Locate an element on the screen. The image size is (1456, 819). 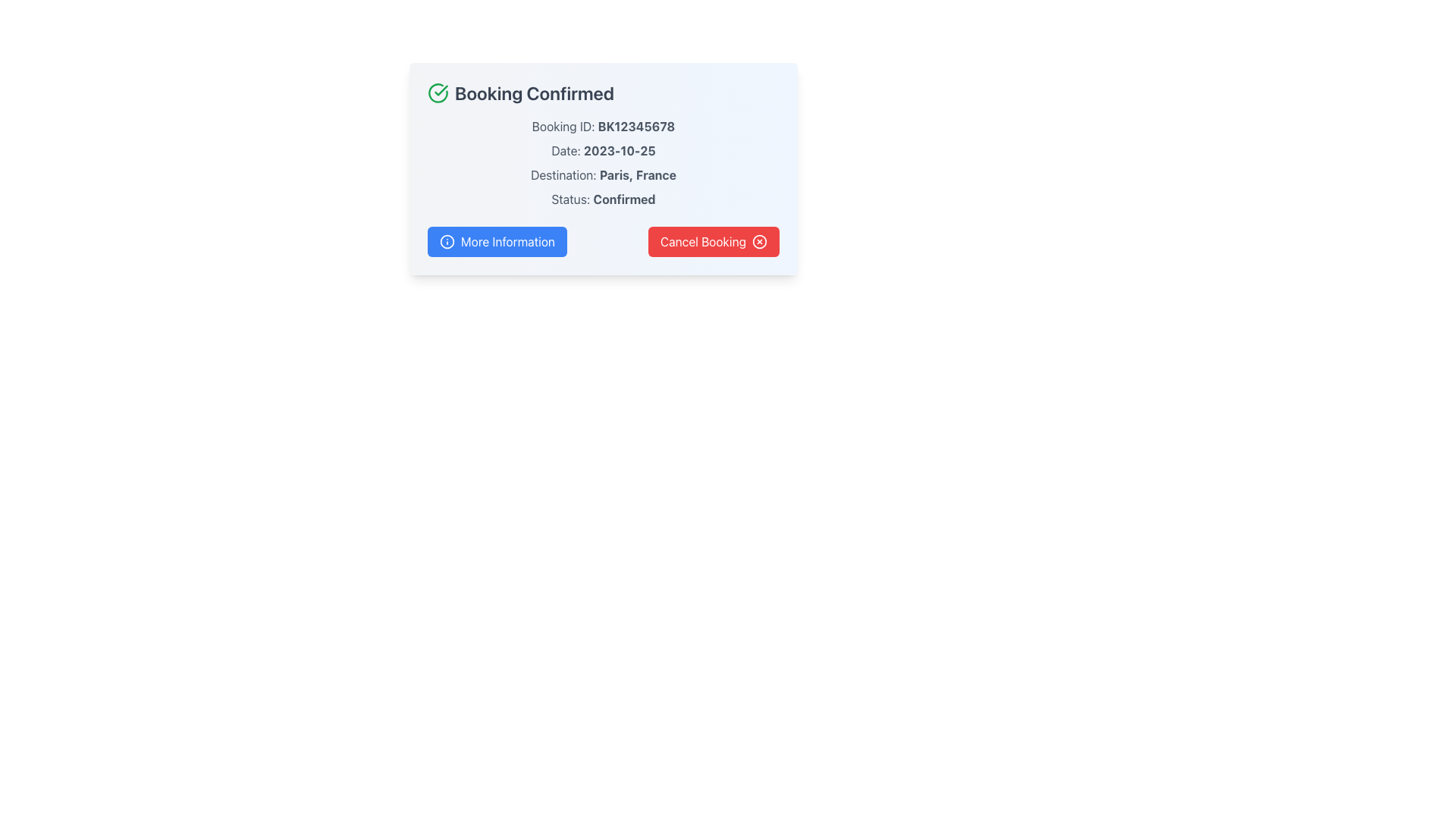
the decorative Circle element that is part of an SVG graphic located to the left of the 'More Information' button within the confirmation message section is located at coordinates (447, 241).